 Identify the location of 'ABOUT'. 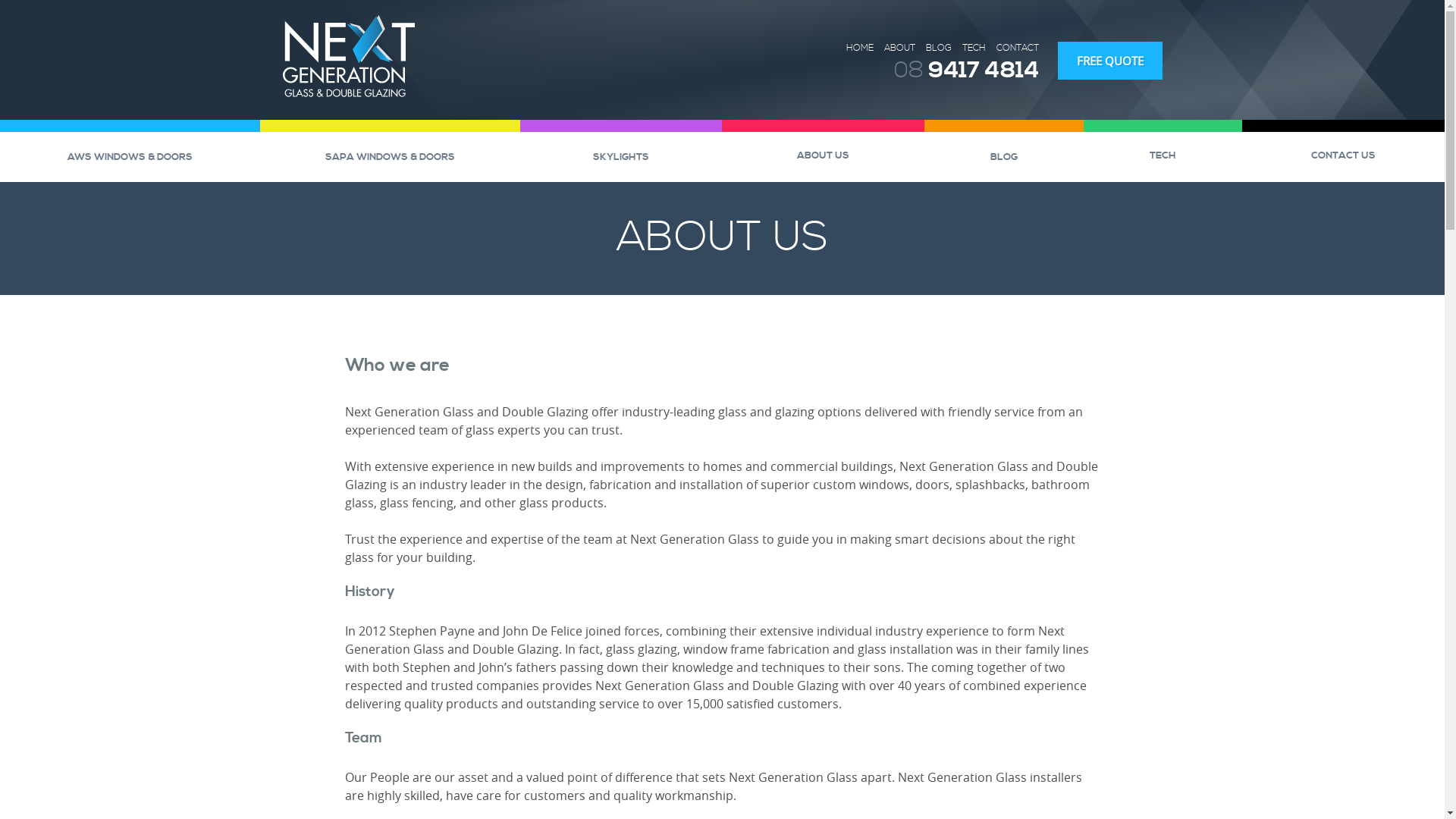
(899, 47).